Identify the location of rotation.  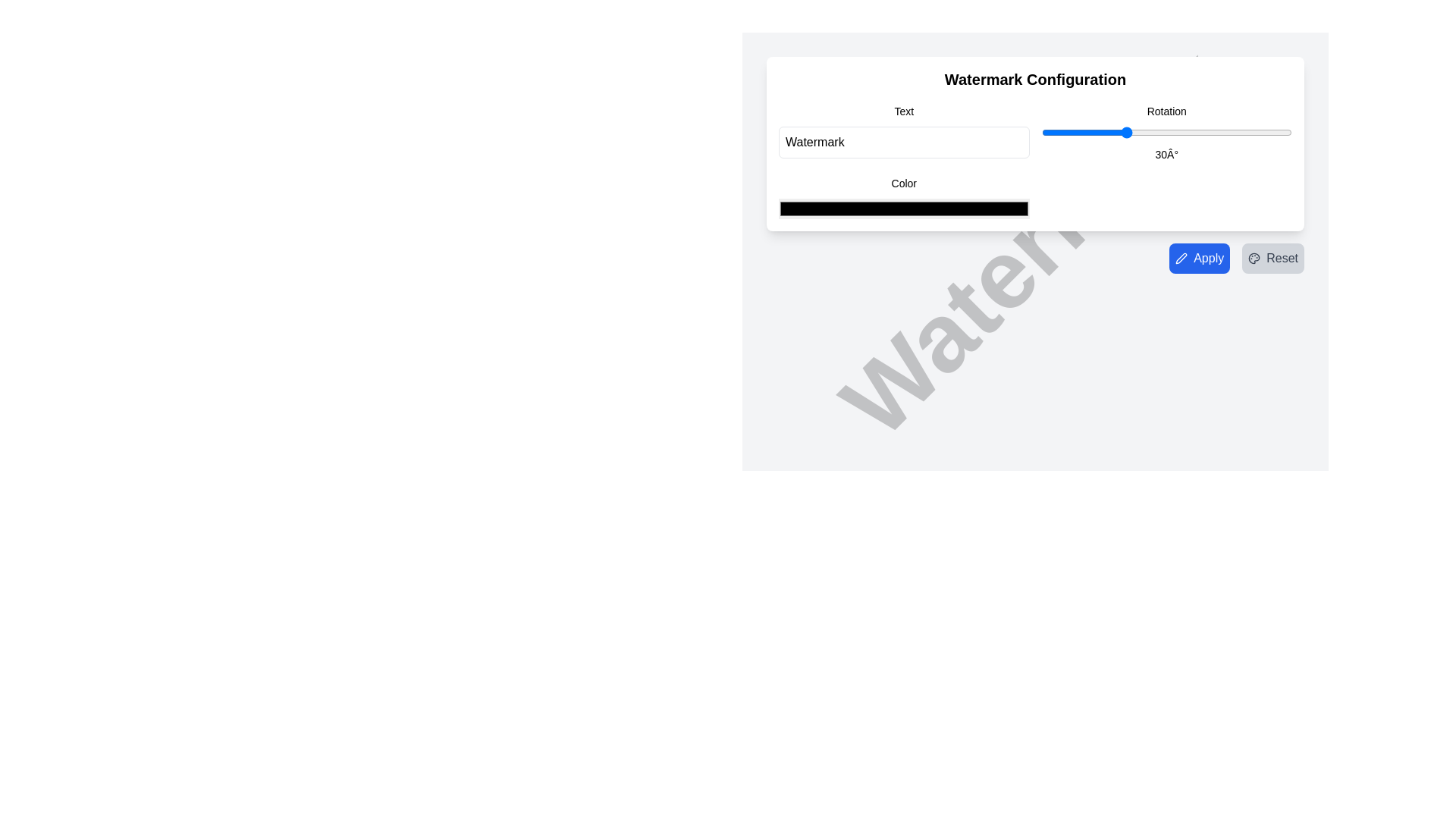
(1256, 131).